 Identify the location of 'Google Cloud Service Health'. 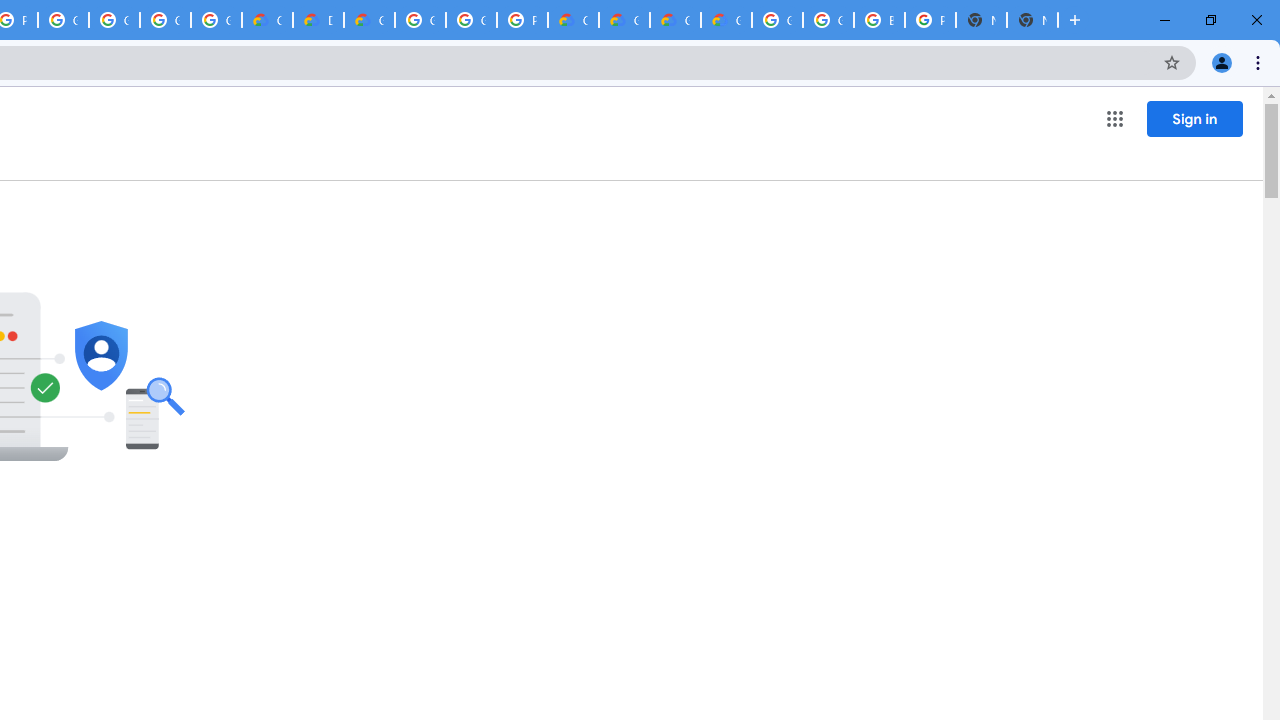
(726, 20).